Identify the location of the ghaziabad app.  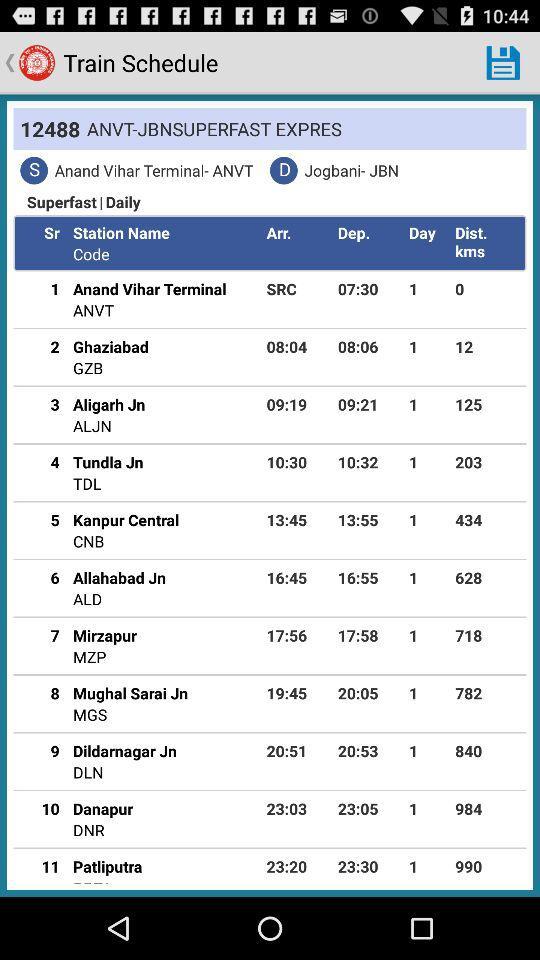
(111, 346).